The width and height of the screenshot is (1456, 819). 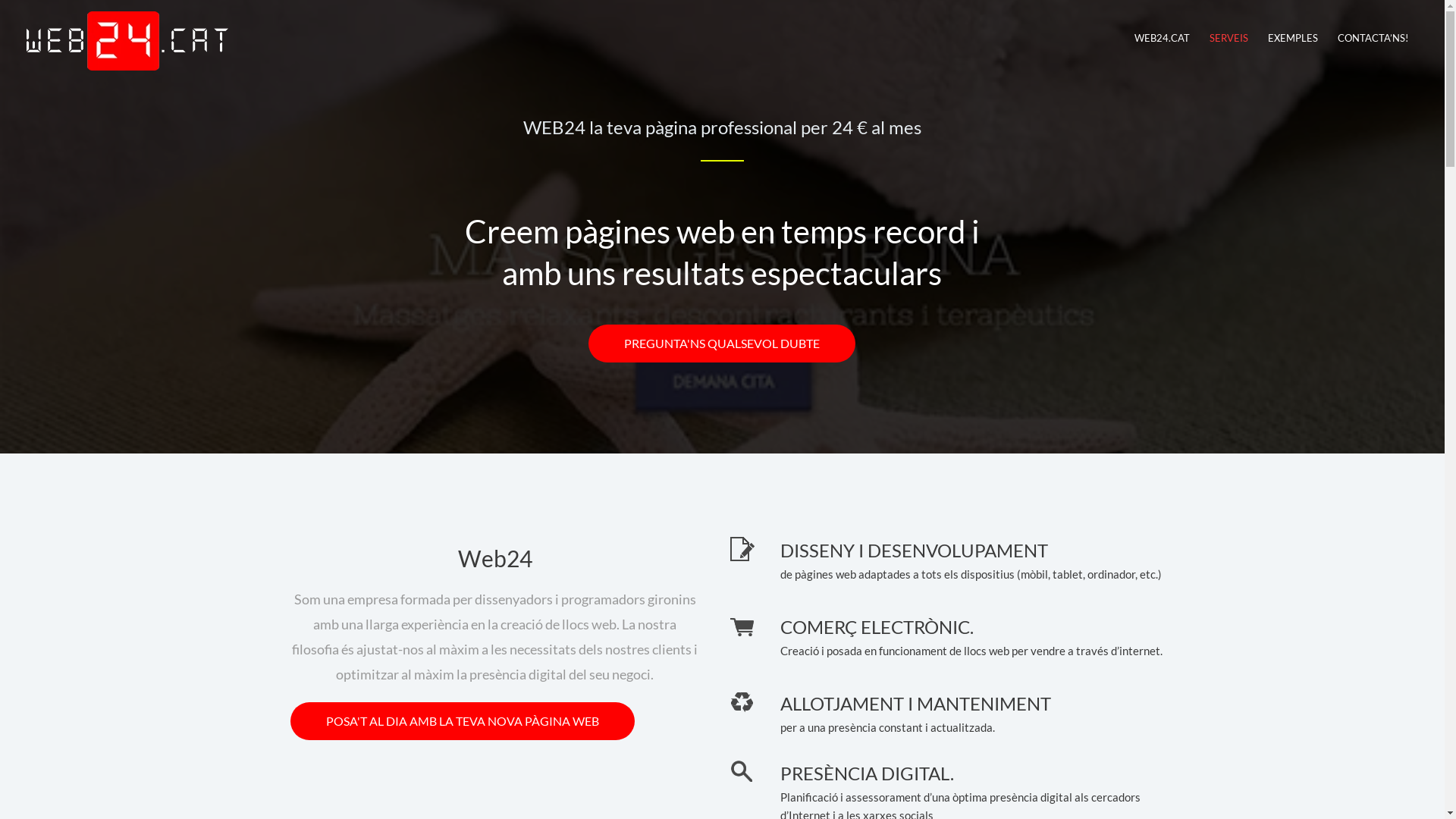 I want to click on 'WEB24.CAT', so click(x=1161, y=37).